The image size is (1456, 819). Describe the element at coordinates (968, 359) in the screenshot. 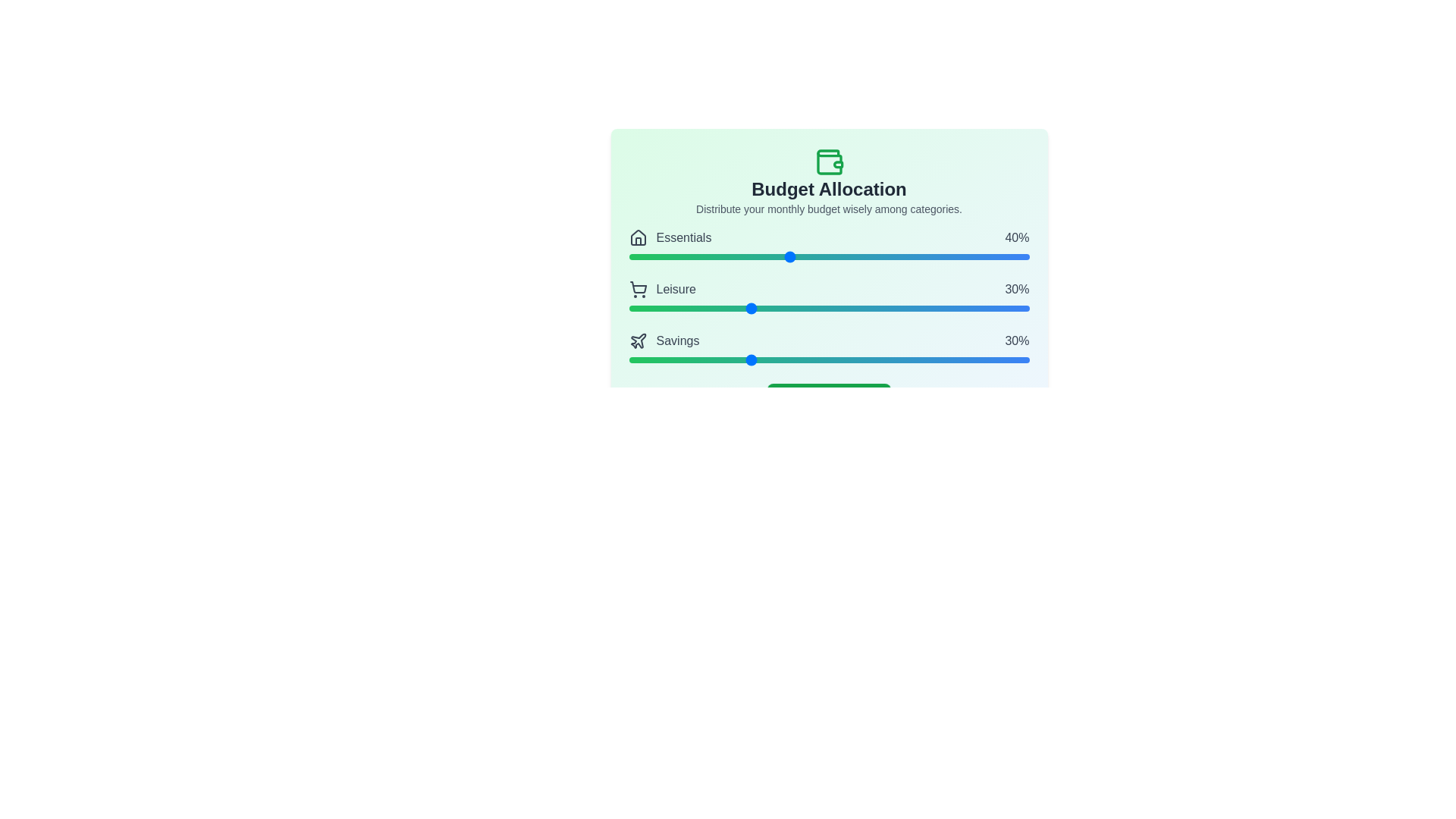

I see `the 'Savings' slider to set its value to 85` at that location.